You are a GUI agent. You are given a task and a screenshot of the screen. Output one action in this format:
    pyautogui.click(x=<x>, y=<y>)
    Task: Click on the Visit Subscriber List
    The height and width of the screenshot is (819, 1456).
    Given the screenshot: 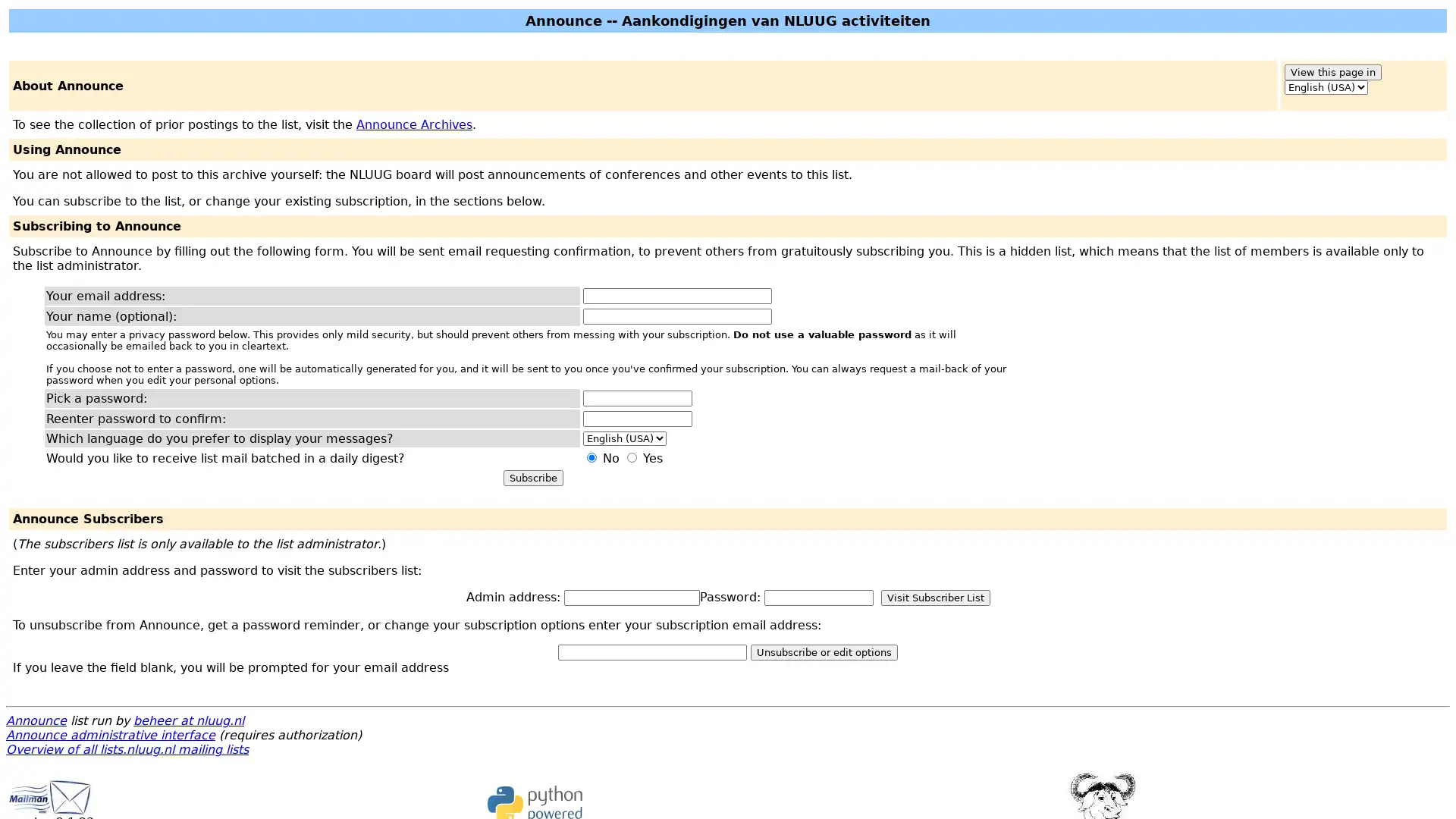 What is the action you would take?
    pyautogui.click(x=934, y=597)
    